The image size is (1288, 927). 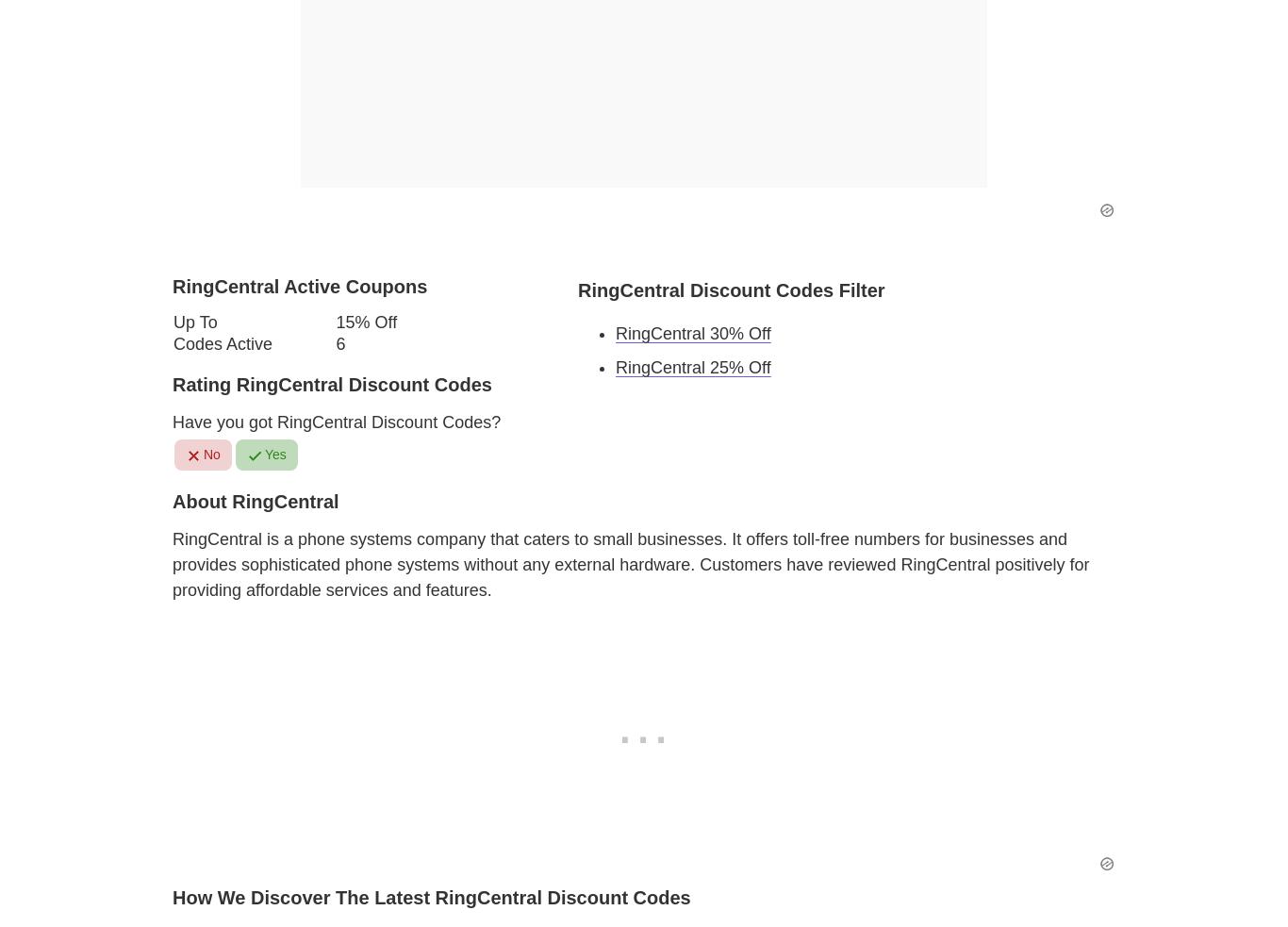 What do you see at coordinates (172, 384) in the screenshot?
I see `'Rating RingCentral Discount Codes'` at bounding box center [172, 384].